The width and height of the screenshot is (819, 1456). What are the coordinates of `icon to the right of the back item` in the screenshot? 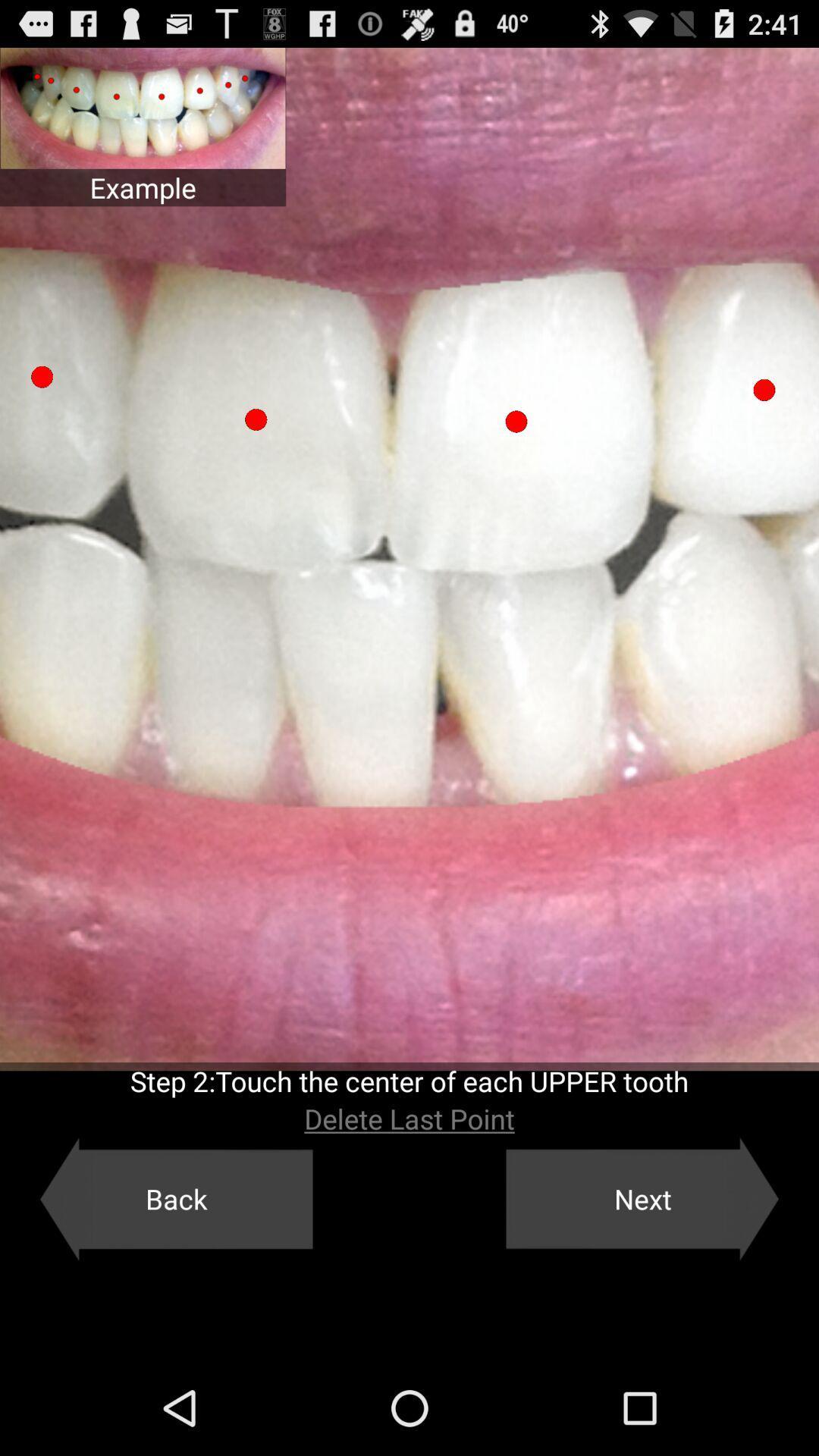 It's located at (642, 1198).